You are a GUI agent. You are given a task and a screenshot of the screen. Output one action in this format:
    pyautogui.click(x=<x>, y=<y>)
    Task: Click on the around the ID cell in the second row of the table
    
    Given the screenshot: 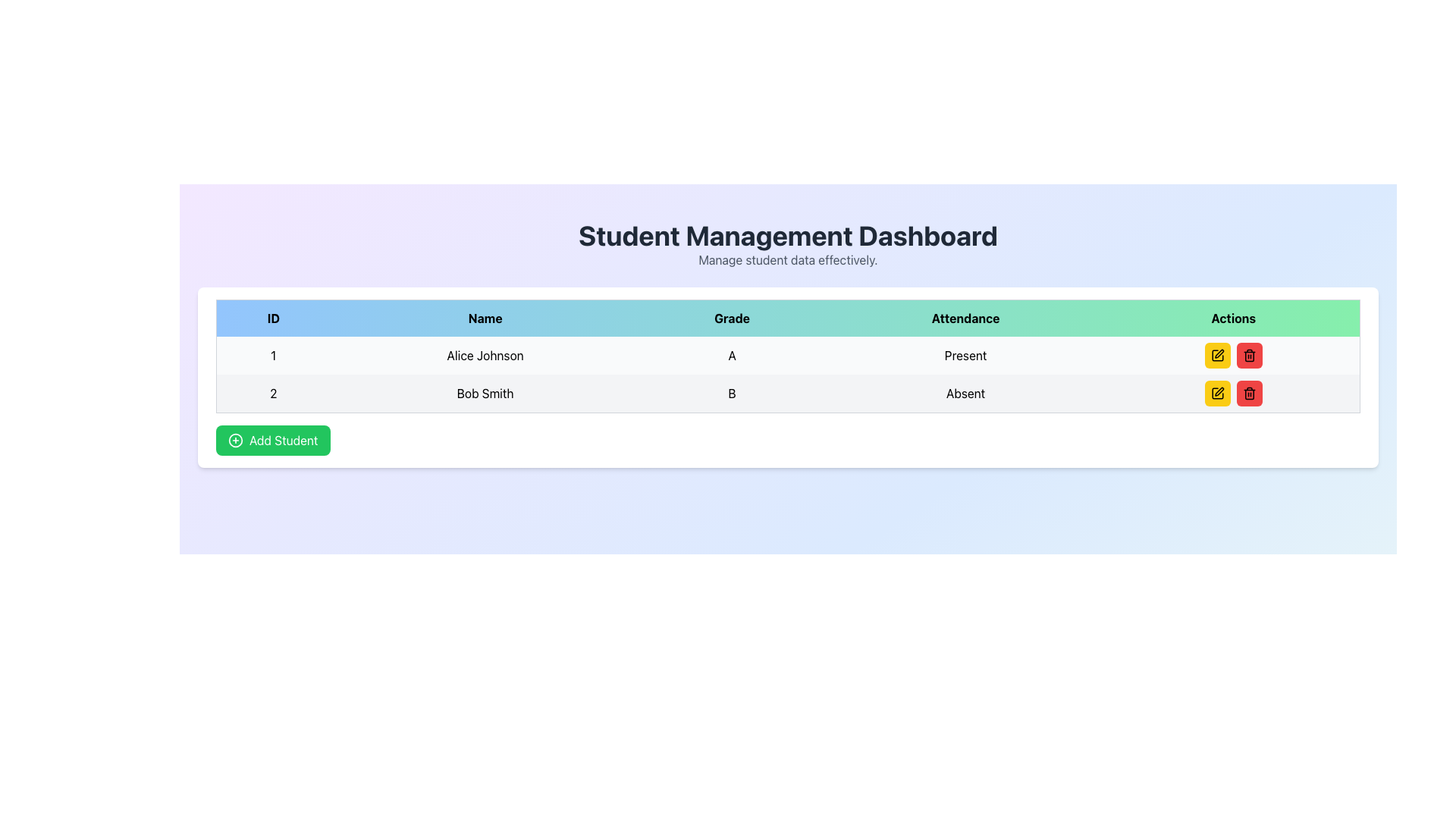 What is the action you would take?
    pyautogui.click(x=273, y=393)
    